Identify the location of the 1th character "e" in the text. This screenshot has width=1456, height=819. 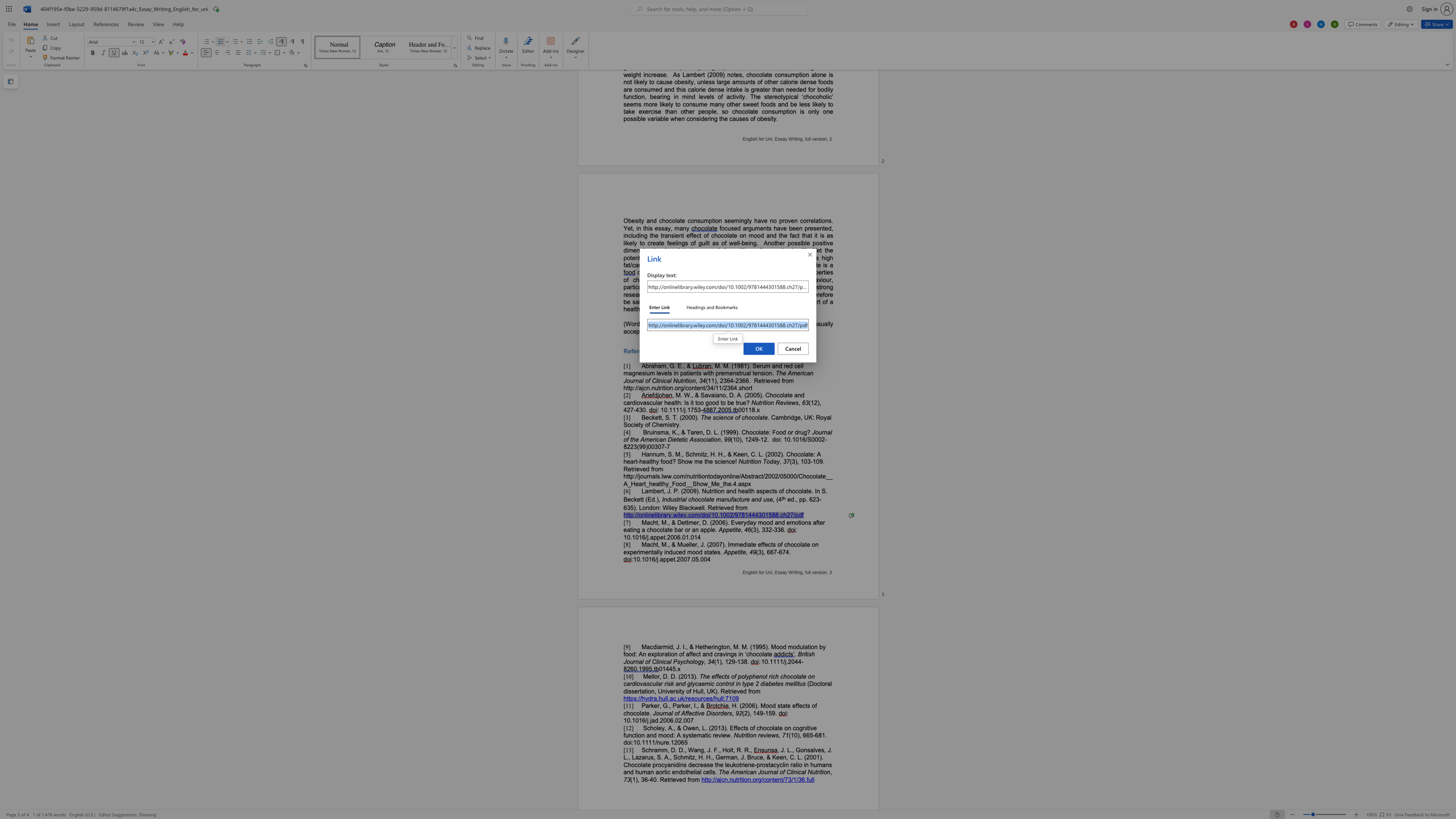
(690, 713).